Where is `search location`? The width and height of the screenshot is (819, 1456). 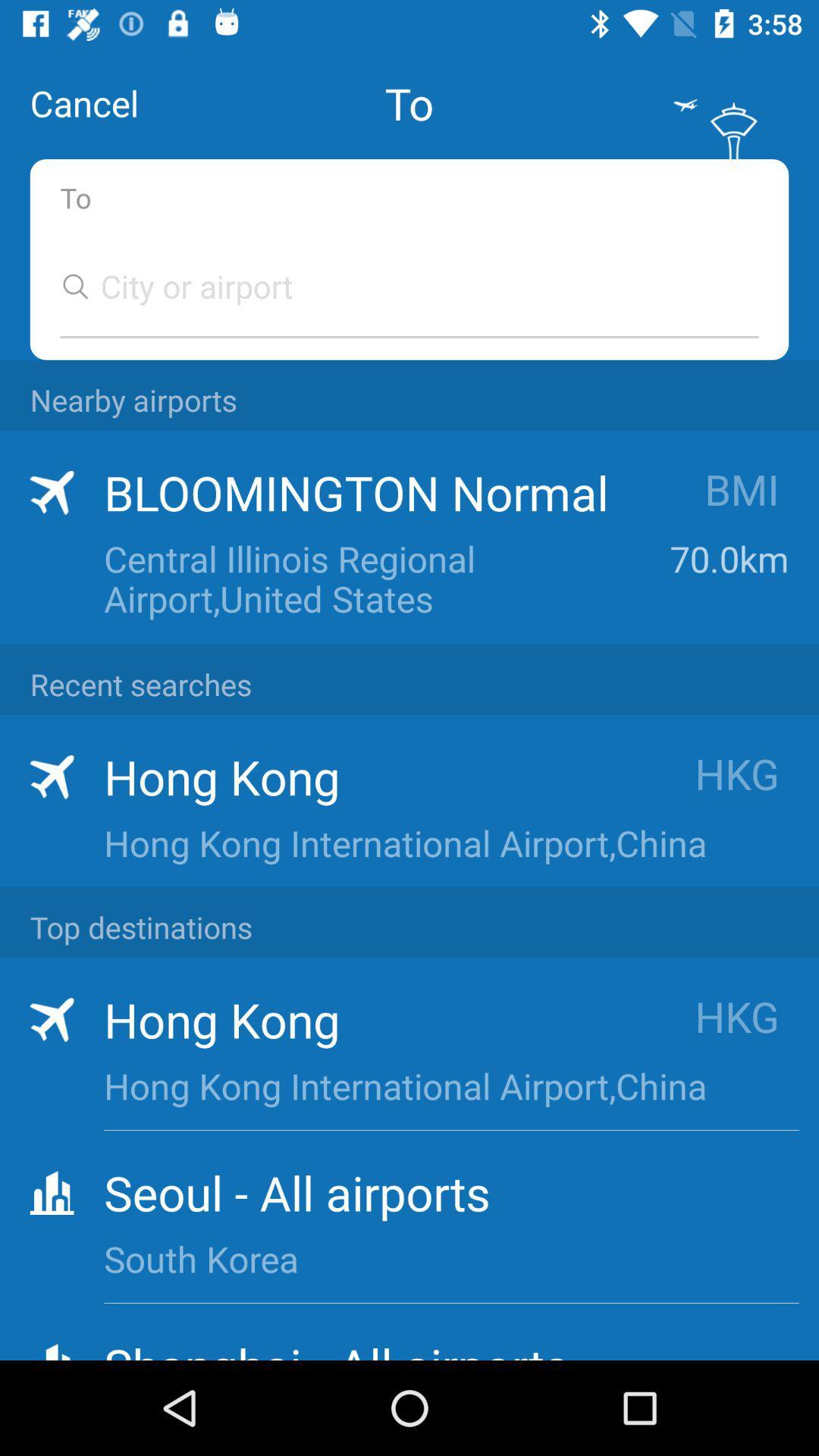 search location is located at coordinates (394, 286).